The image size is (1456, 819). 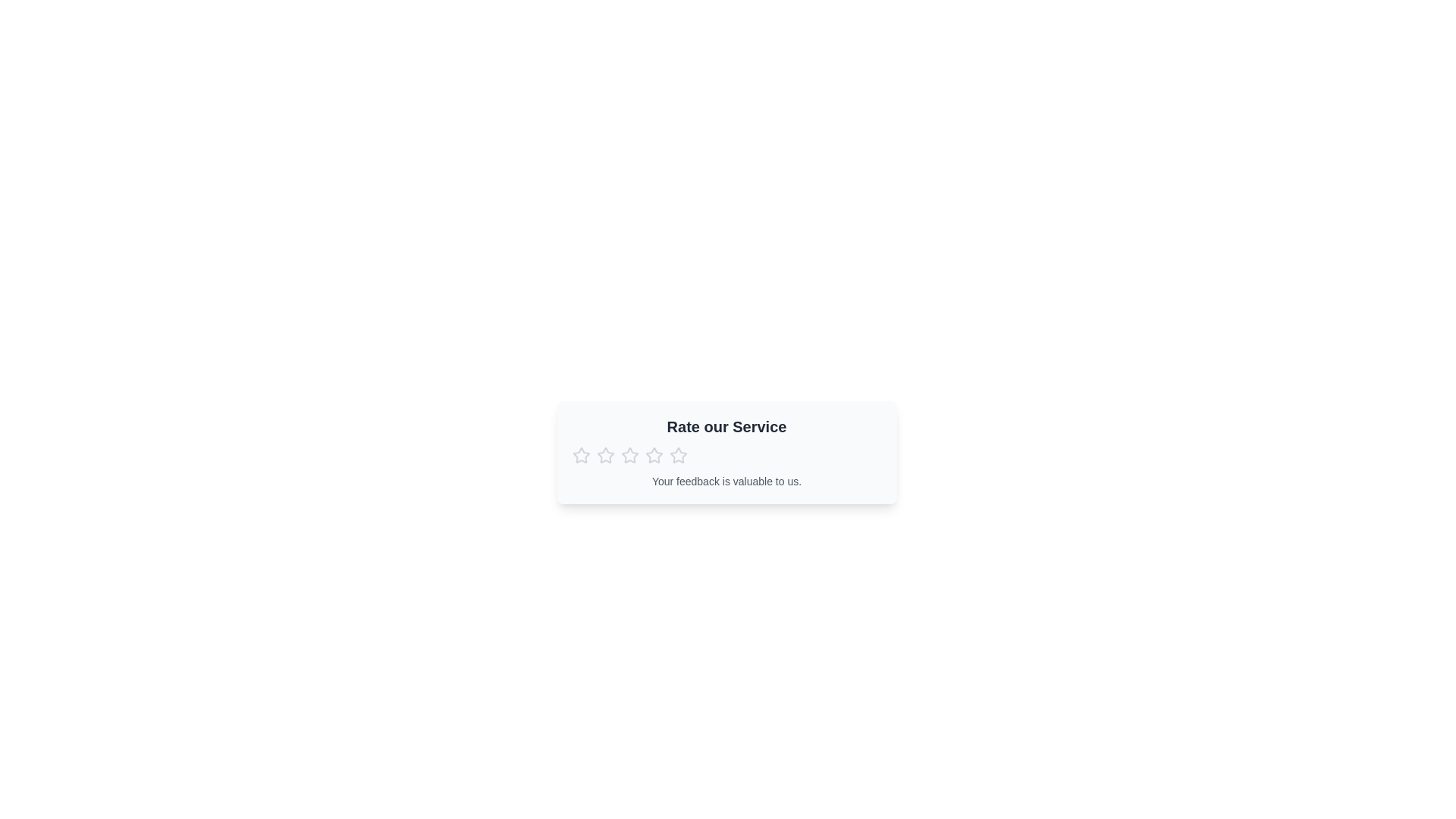 What do you see at coordinates (604, 455) in the screenshot?
I see `the second star rating button, which is styled with a faint gray outline and is located under the 'Rate our Service' text` at bounding box center [604, 455].